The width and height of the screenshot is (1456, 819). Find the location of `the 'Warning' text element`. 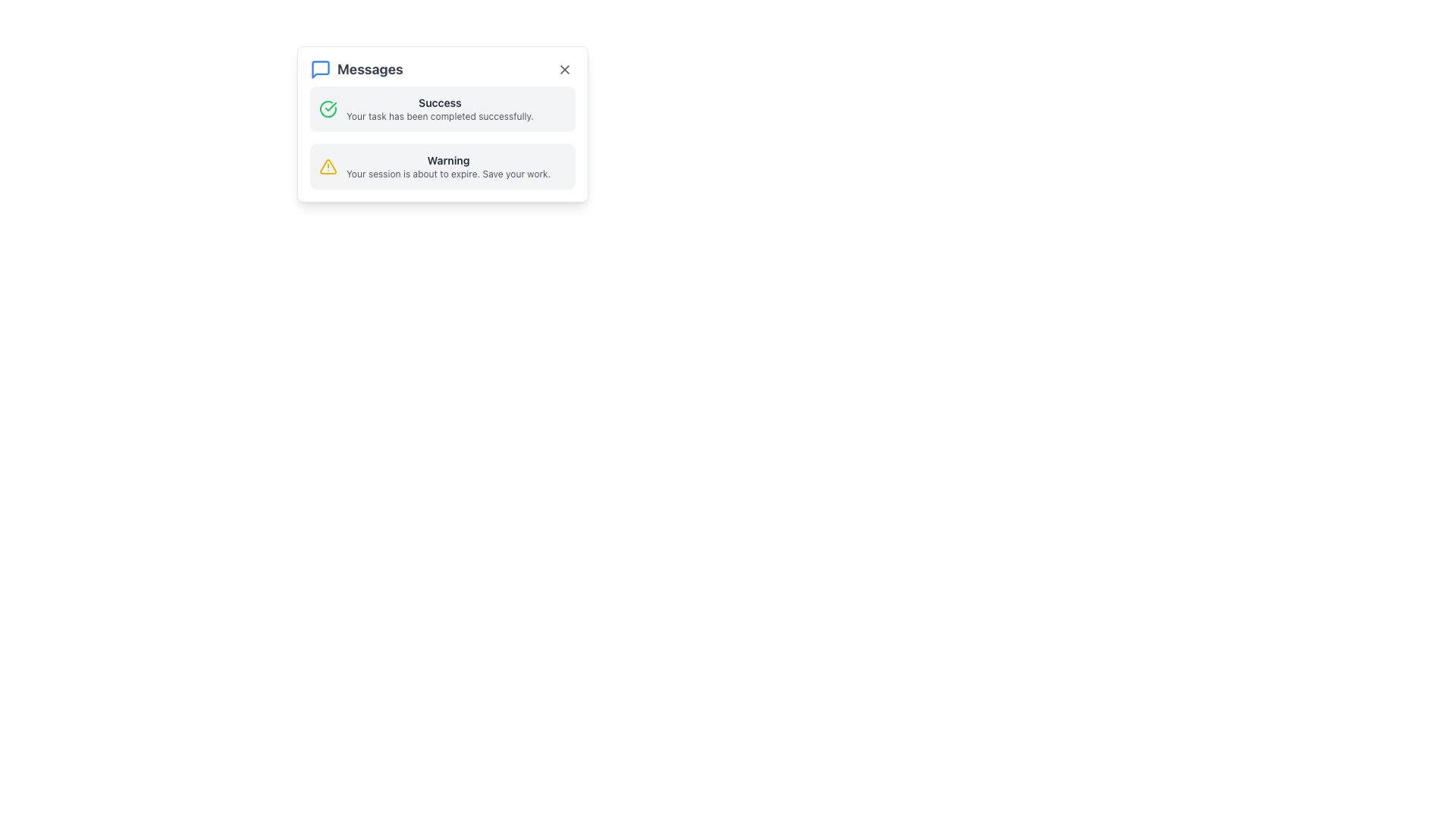

the 'Warning' text element is located at coordinates (447, 161).